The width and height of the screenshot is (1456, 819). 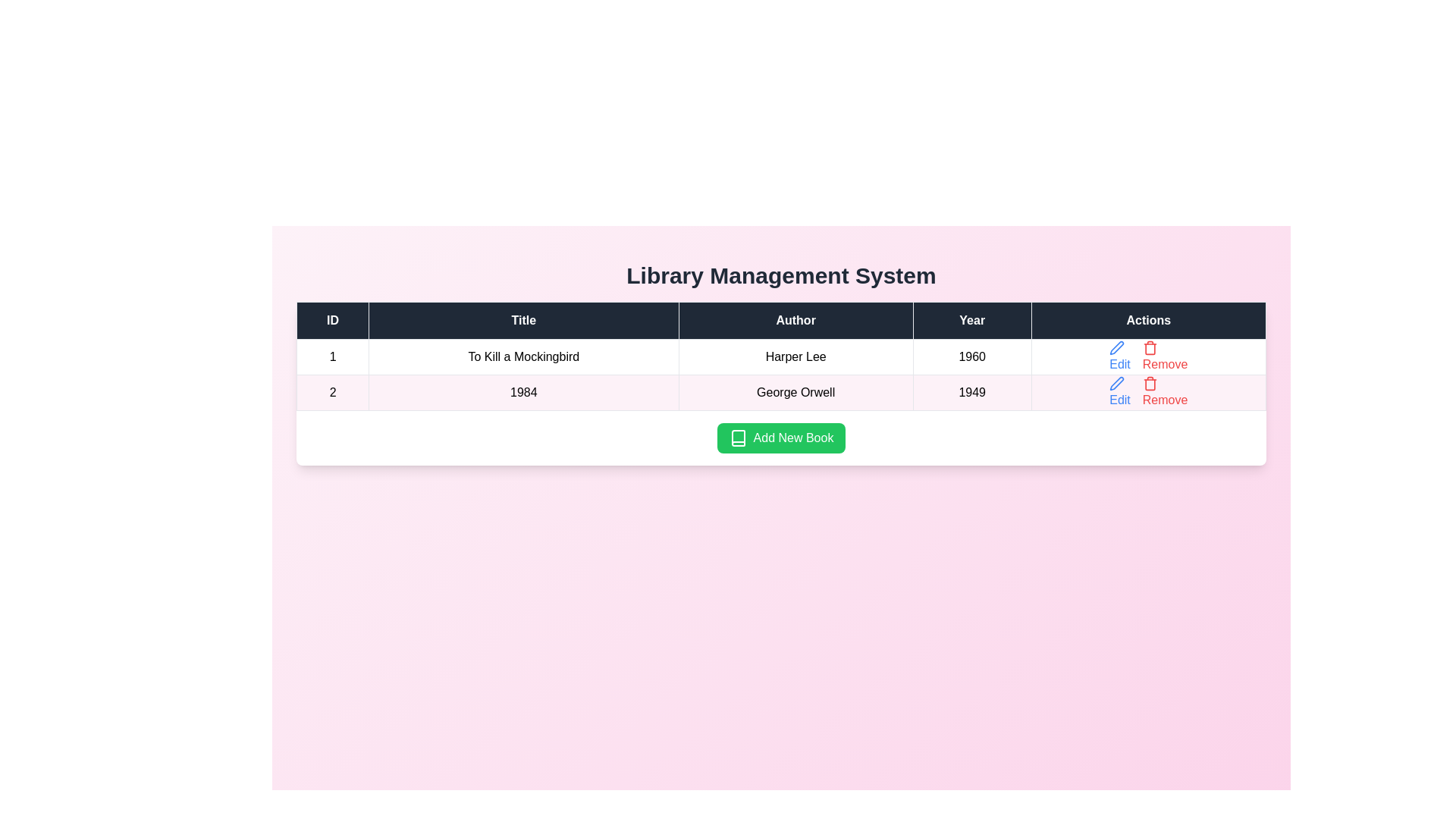 What do you see at coordinates (781, 438) in the screenshot?
I see `the 'Add New Book' button located below the book information table to initiate the process of adding a new book entry` at bounding box center [781, 438].